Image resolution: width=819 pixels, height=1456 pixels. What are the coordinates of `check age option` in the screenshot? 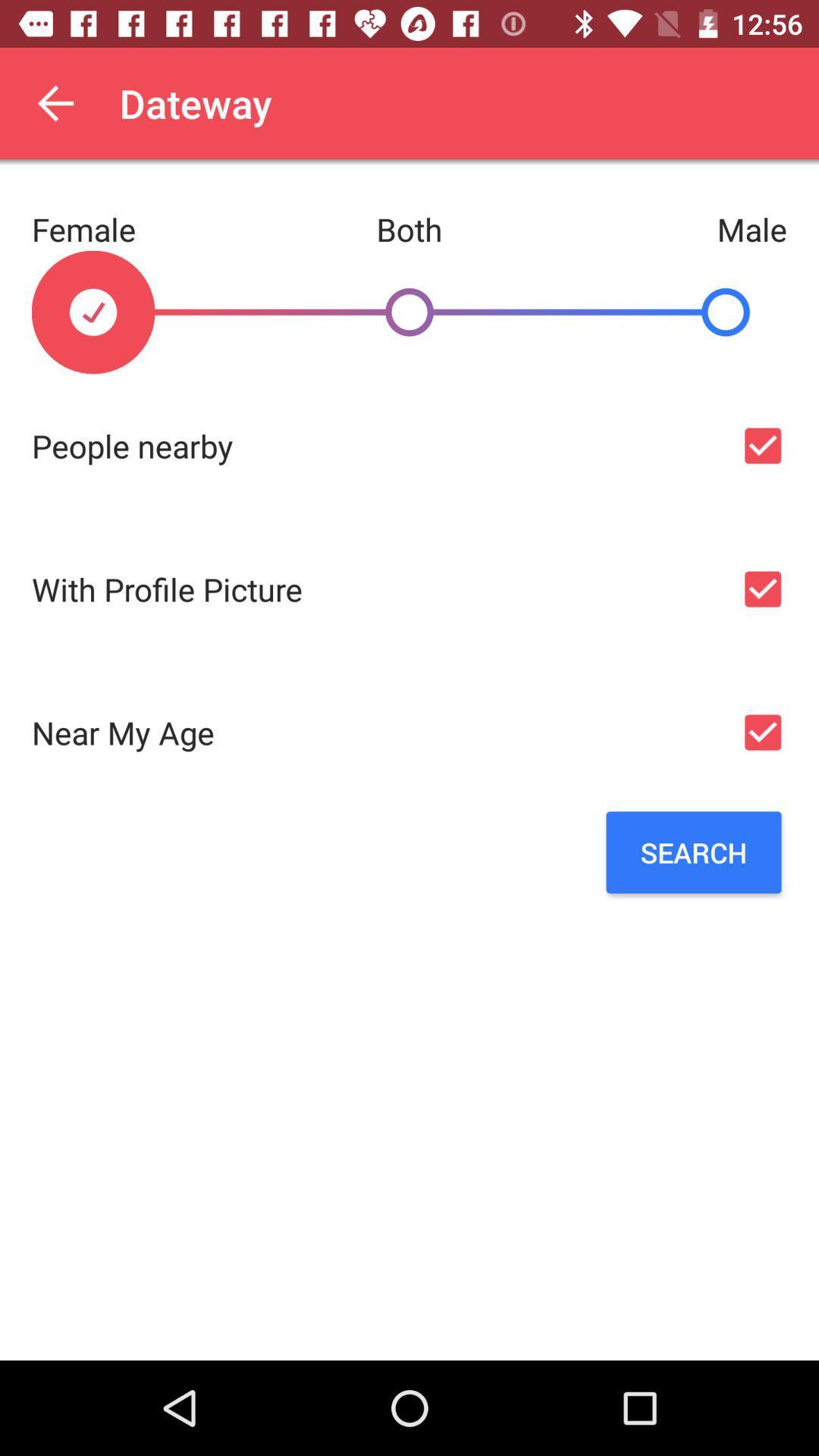 It's located at (762, 732).